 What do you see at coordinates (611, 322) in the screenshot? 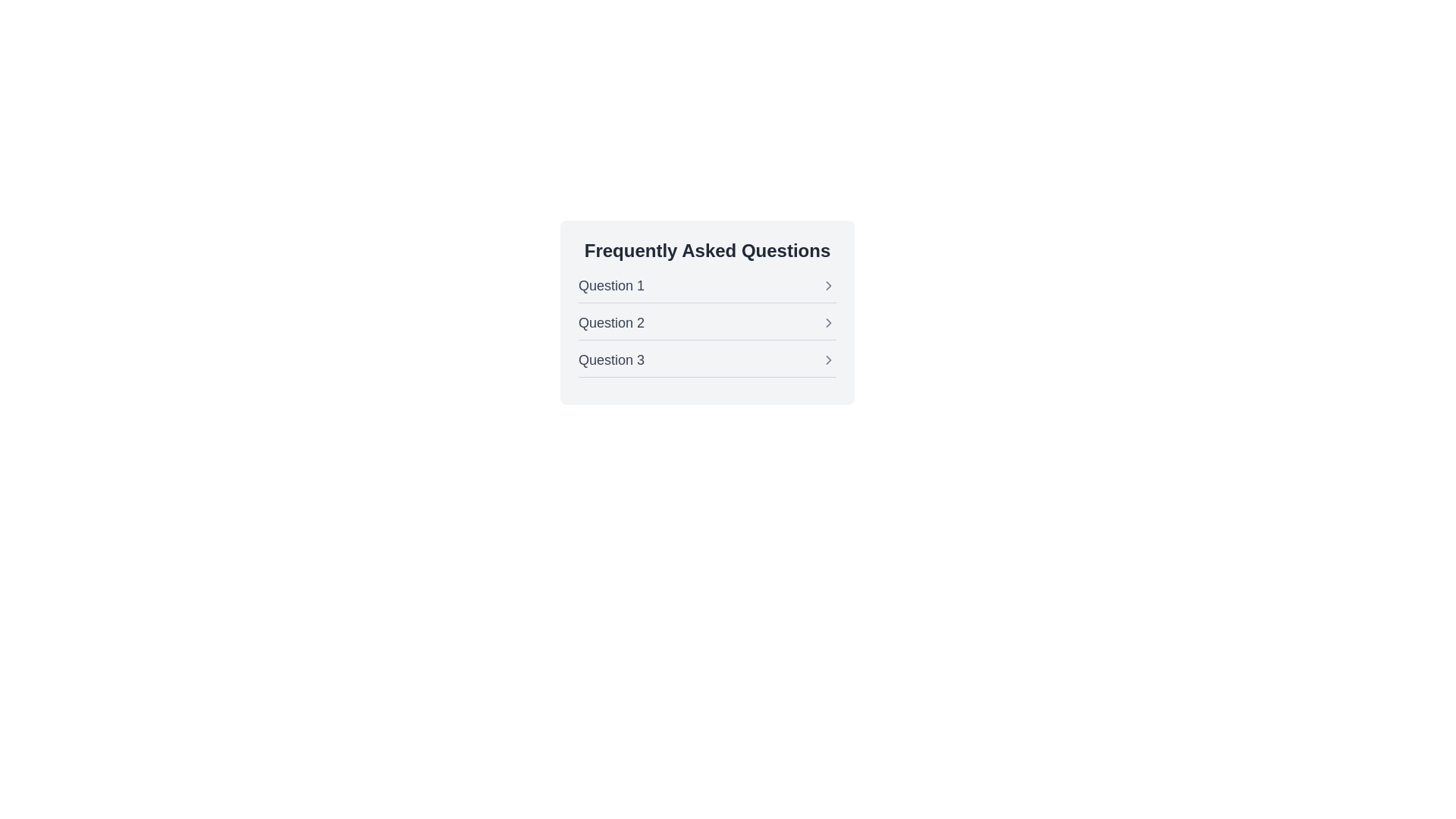
I see `the text label reading 'Question 2' in the FAQ list` at bounding box center [611, 322].